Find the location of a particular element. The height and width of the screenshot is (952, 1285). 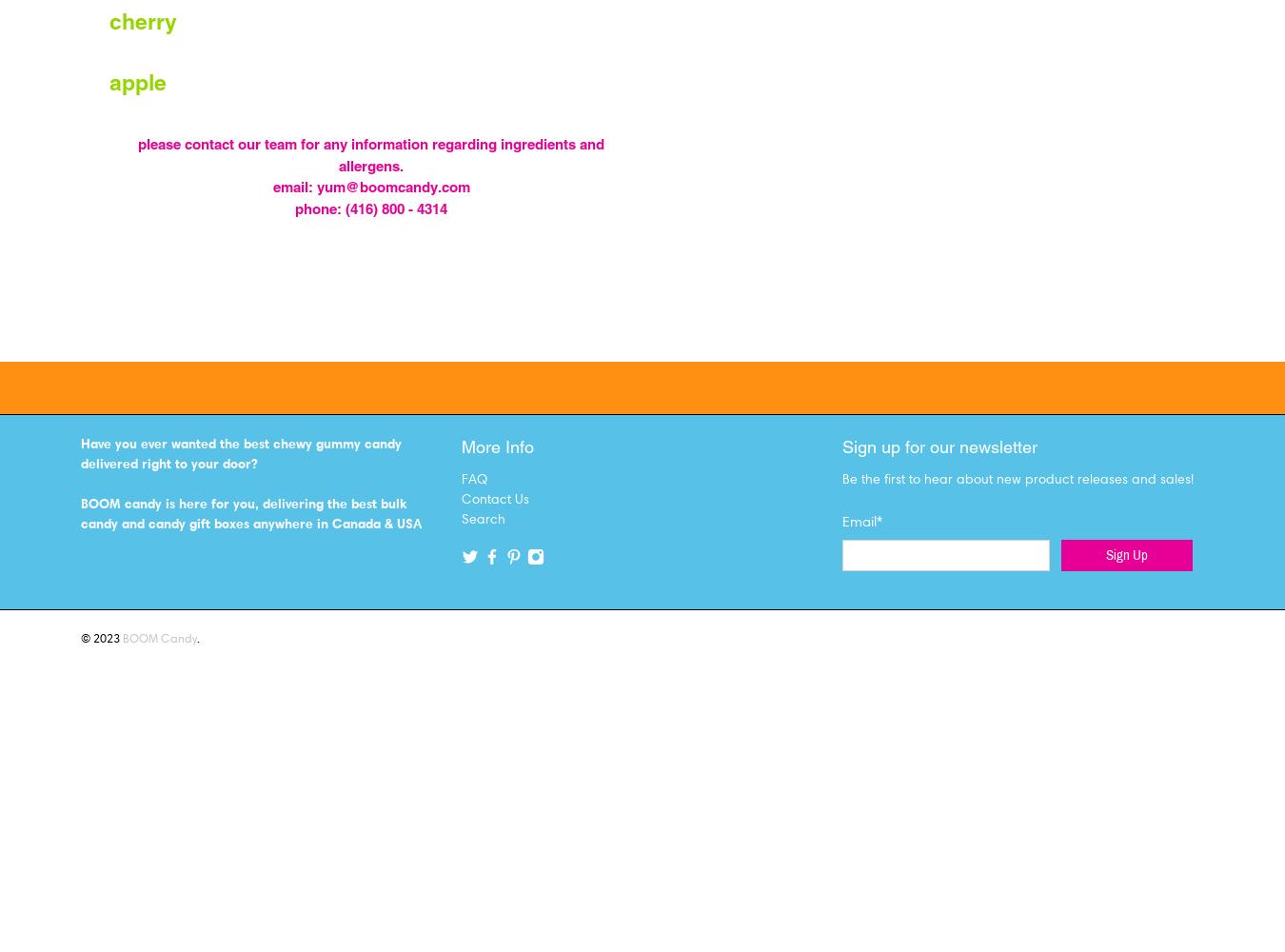

'More Info' is located at coordinates (496, 446).